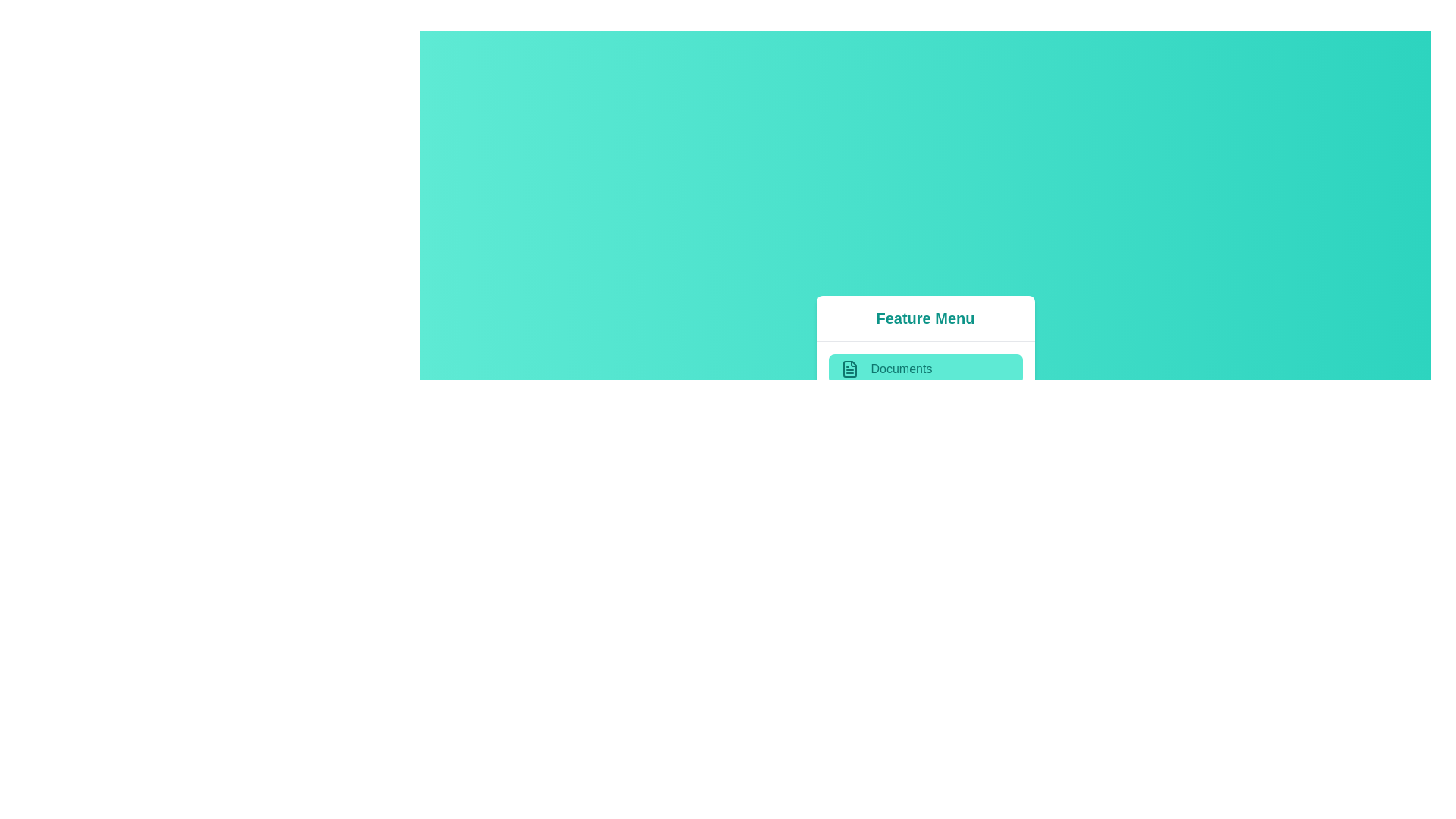 The width and height of the screenshot is (1456, 819). Describe the element at coordinates (924, 369) in the screenshot. I see `the first menu item under the 'Feature Menu' heading` at that location.